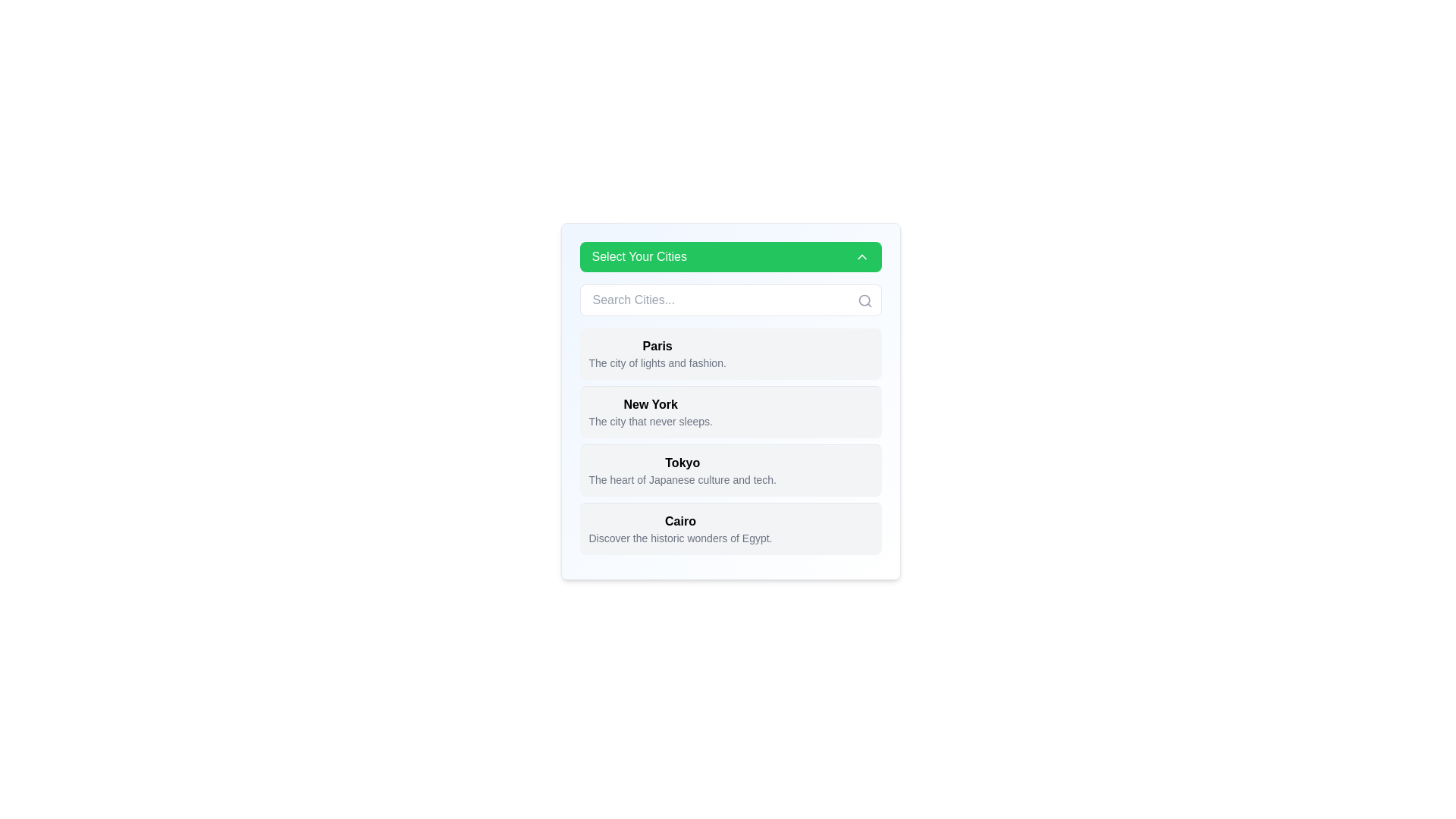 The width and height of the screenshot is (1456, 819). Describe the element at coordinates (861, 256) in the screenshot. I see `the upward-pointing chevron icon located in the green header bar` at that location.